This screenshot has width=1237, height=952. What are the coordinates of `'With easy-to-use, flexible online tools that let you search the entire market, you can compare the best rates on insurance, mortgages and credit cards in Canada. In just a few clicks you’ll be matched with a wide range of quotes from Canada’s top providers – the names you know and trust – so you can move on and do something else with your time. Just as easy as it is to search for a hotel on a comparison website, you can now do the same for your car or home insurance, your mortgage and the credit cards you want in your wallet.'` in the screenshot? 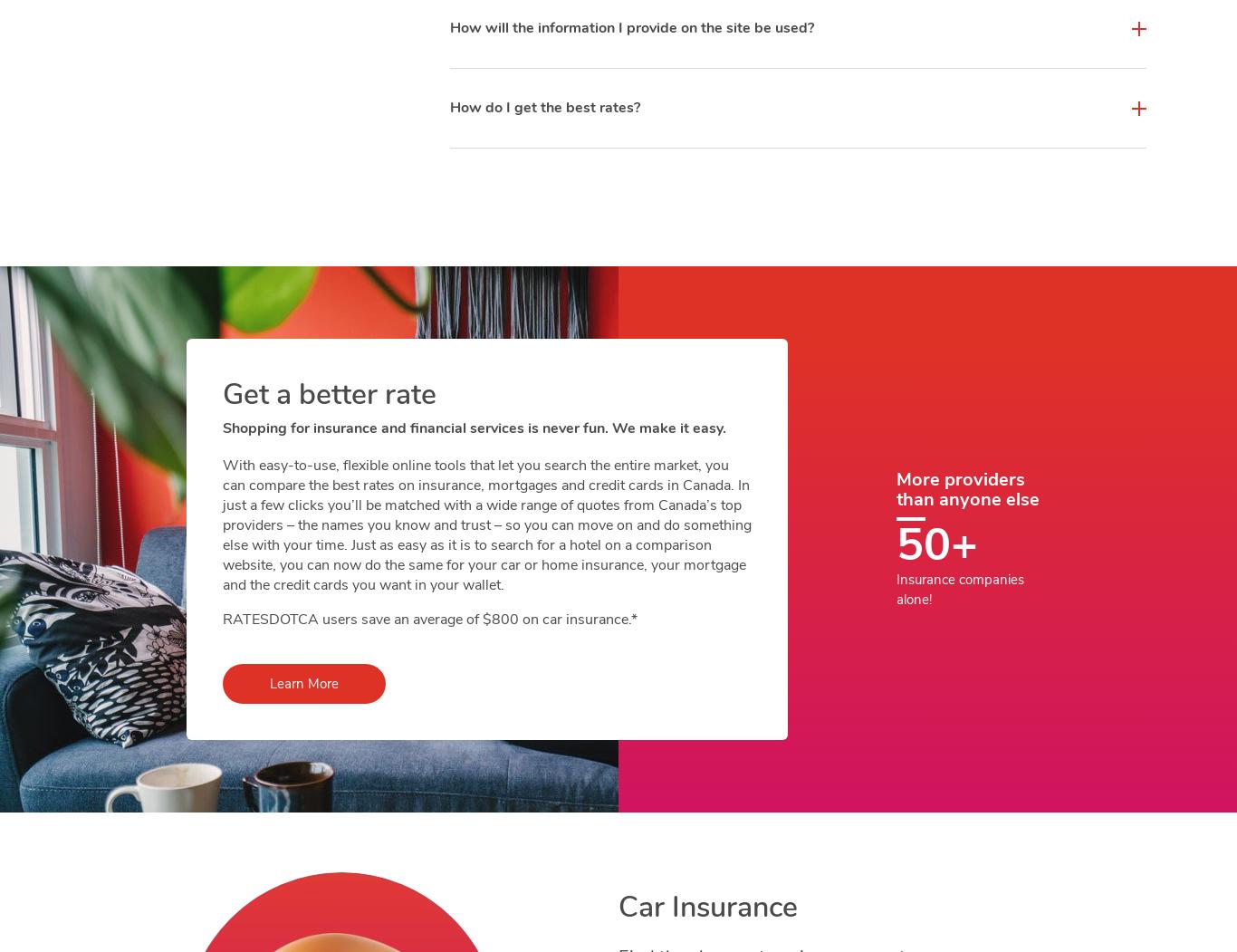 It's located at (487, 525).